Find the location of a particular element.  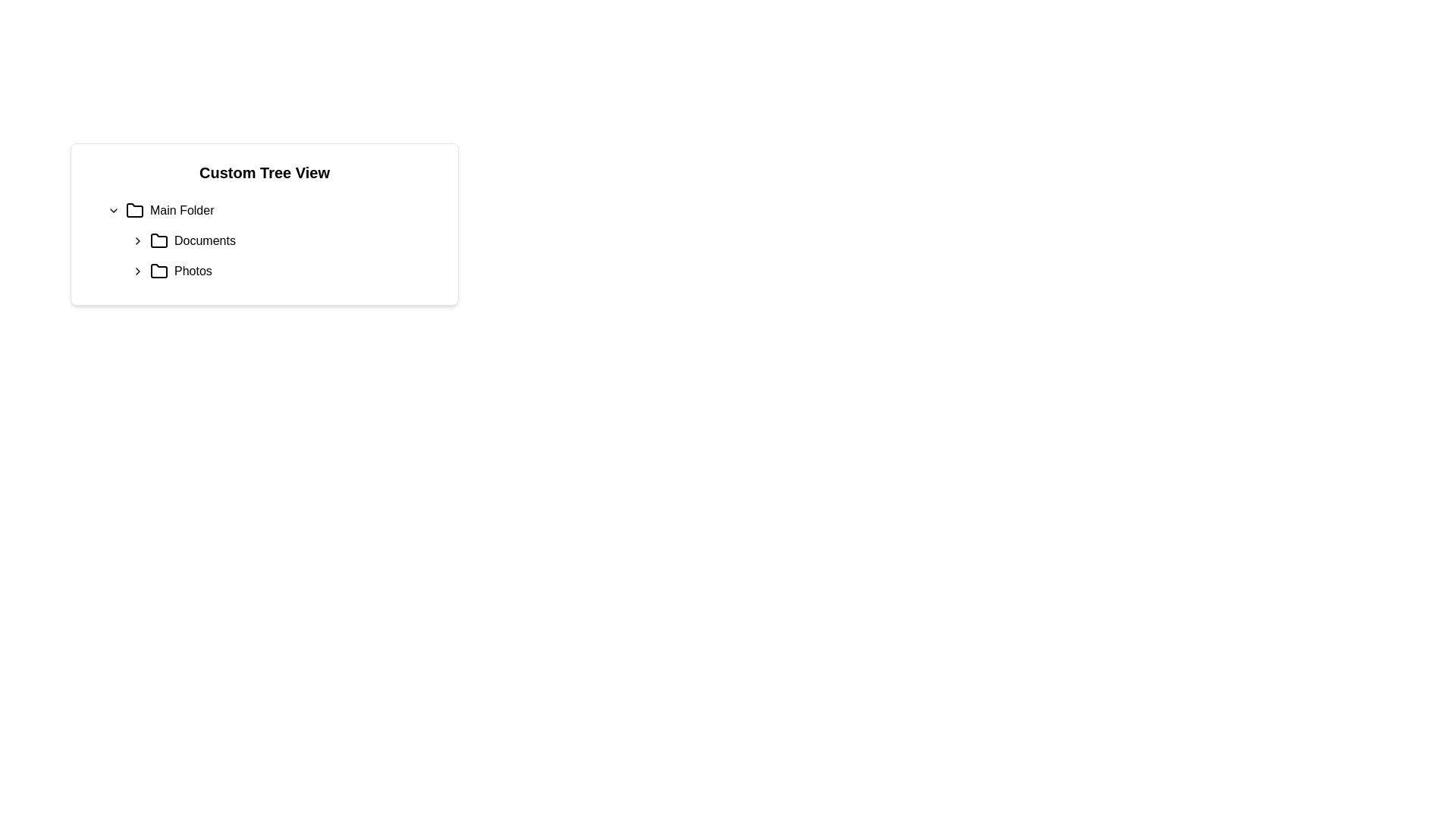

the 'Photos' folder icon, which serves as a visual representation of the folder in the tree view component, located directly to the left of the 'Photos' label under the 'Main Folder' section is located at coordinates (159, 270).